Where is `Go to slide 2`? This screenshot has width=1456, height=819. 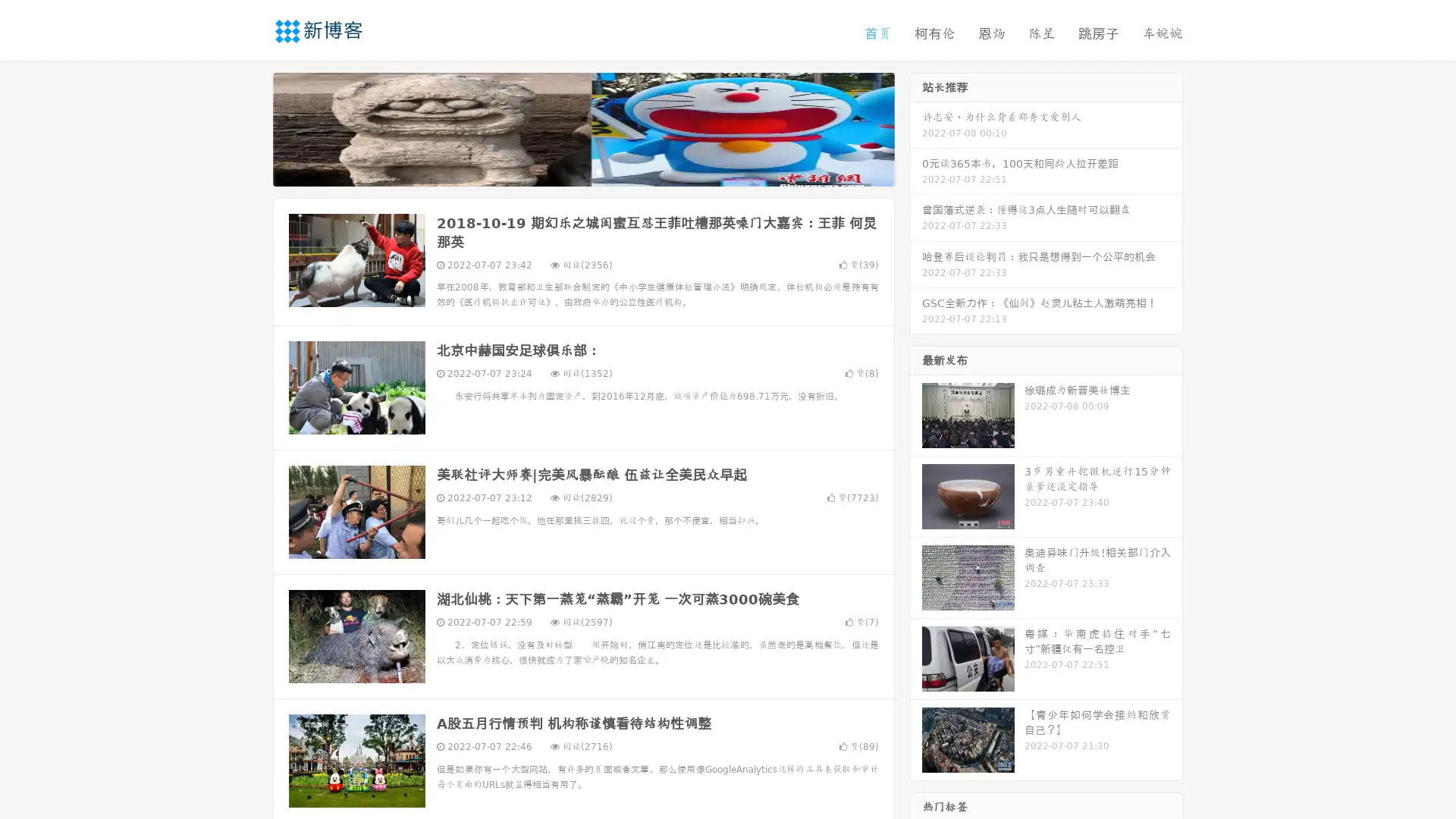 Go to slide 2 is located at coordinates (582, 171).